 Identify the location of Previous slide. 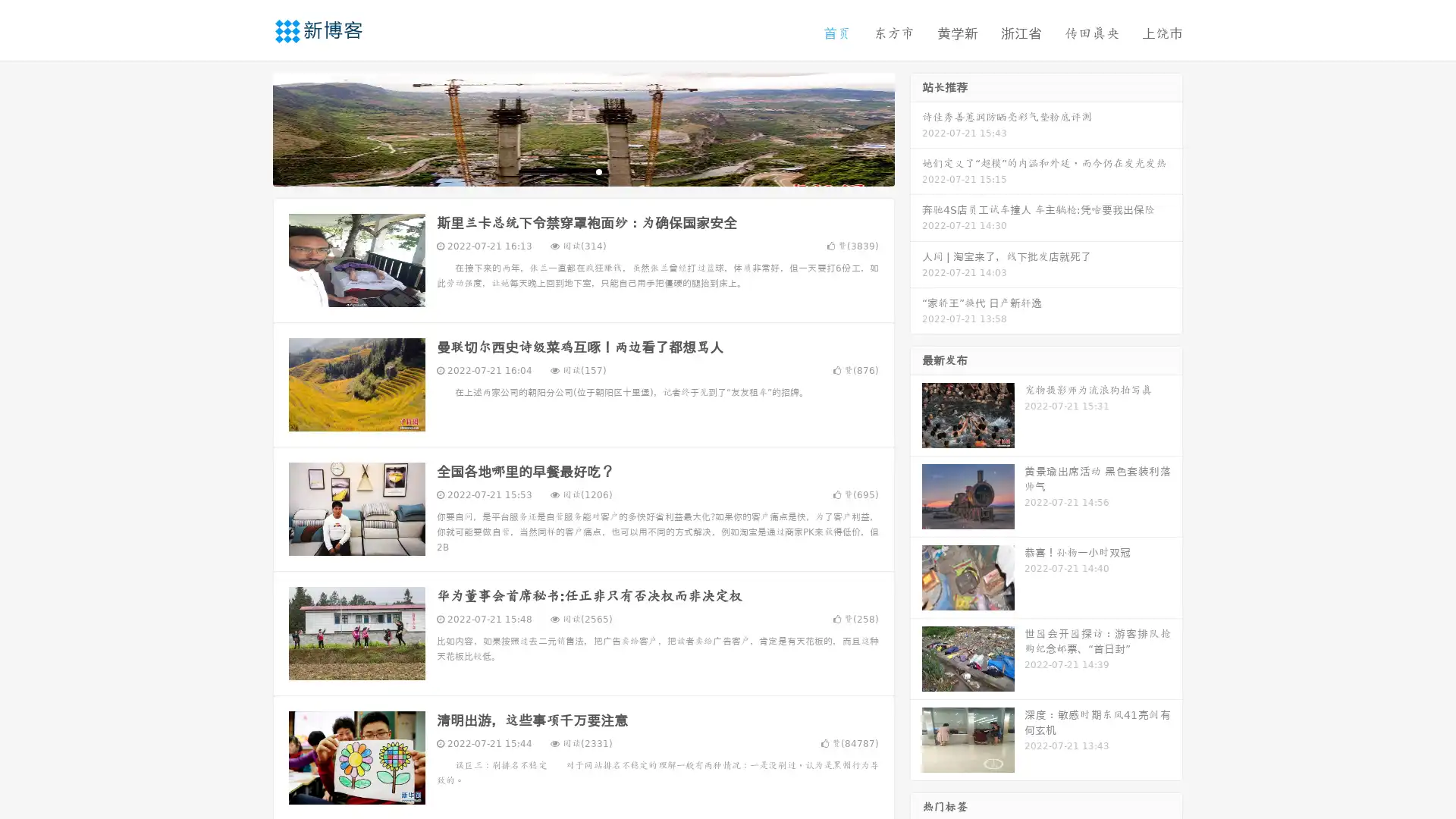
(250, 127).